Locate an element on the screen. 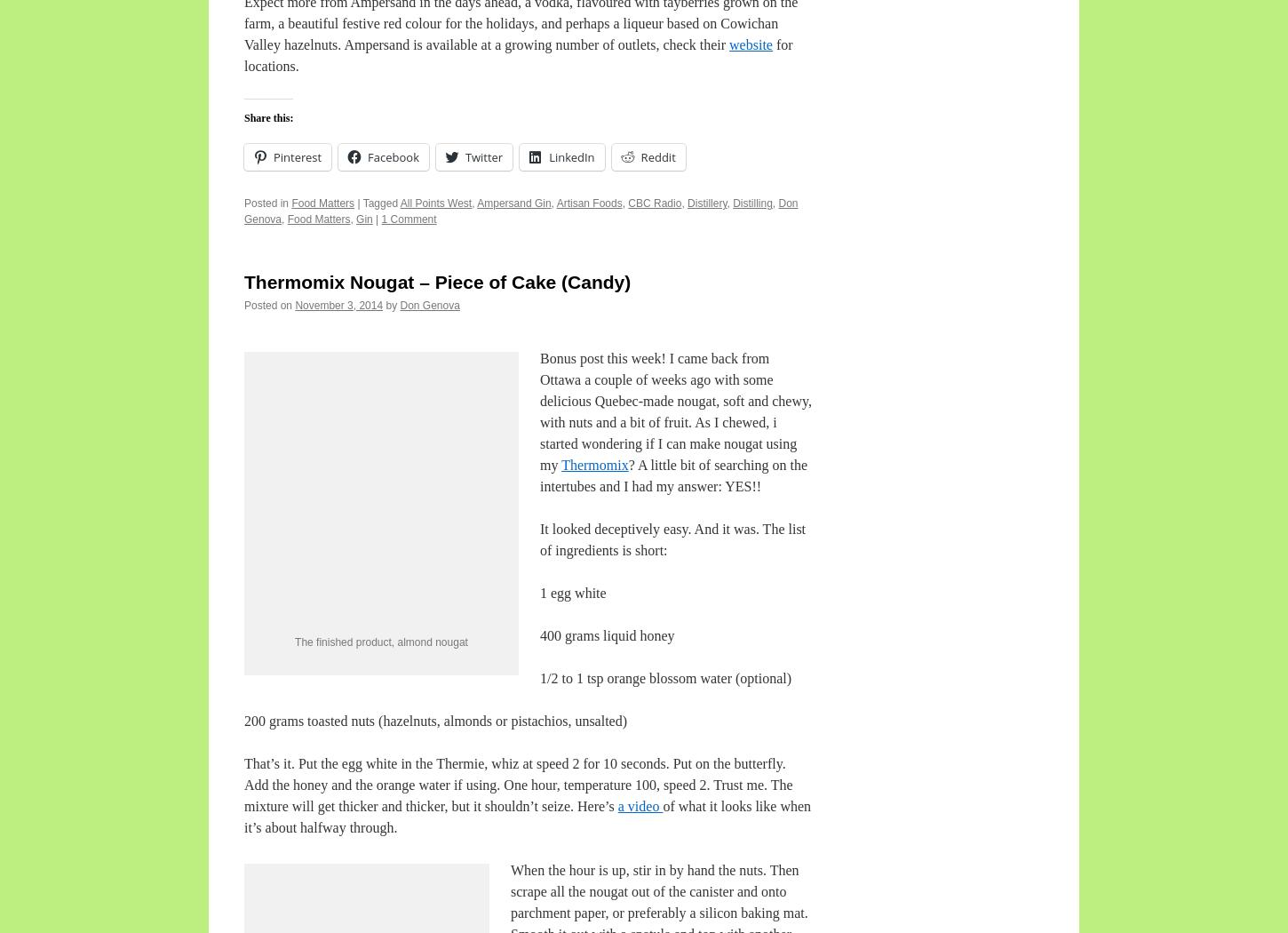 The width and height of the screenshot is (1288, 933). 'All Points West' is located at coordinates (435, 203).